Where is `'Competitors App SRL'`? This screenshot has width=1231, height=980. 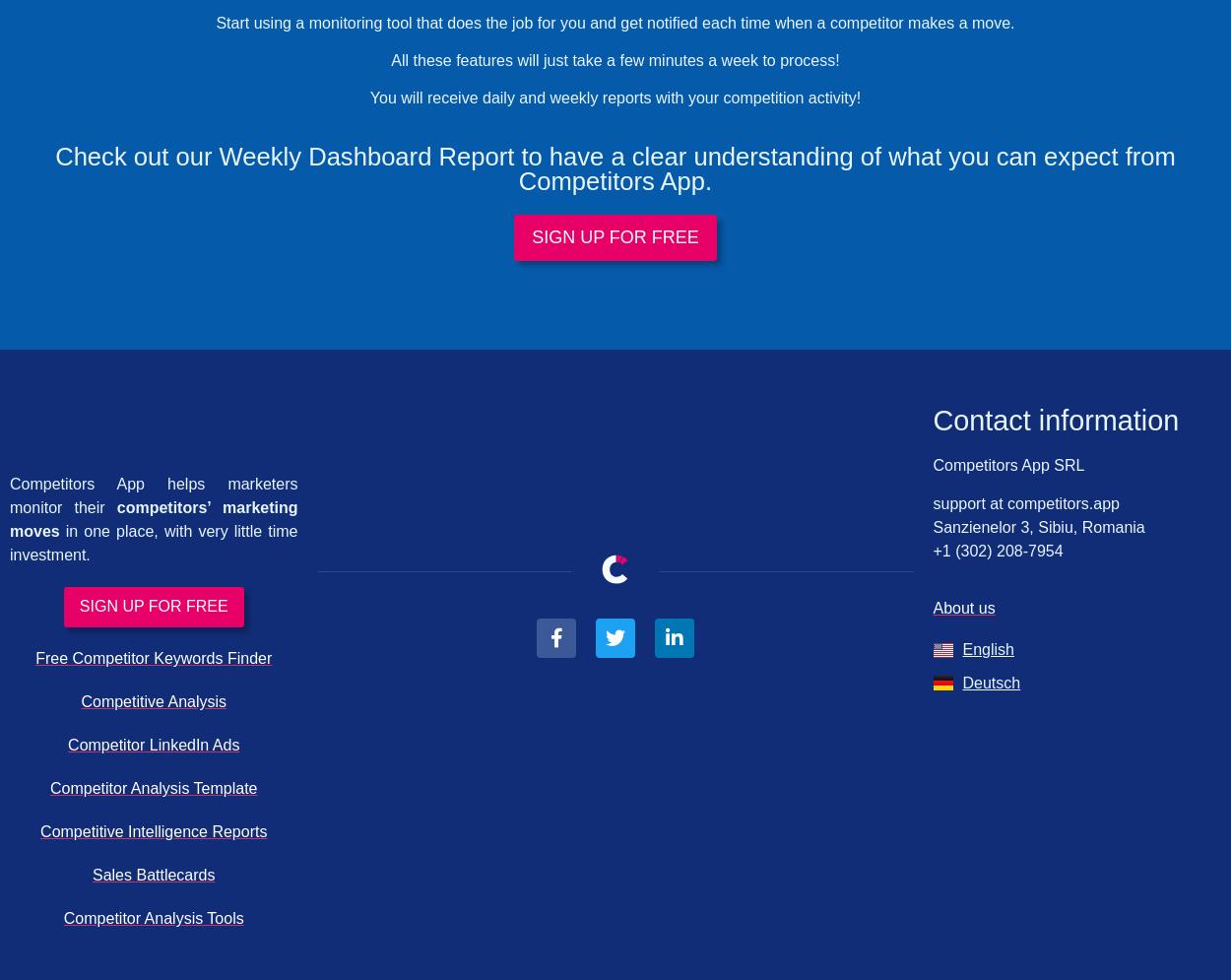 'Competitors App SRL' is located at coordinates (1008, 465).